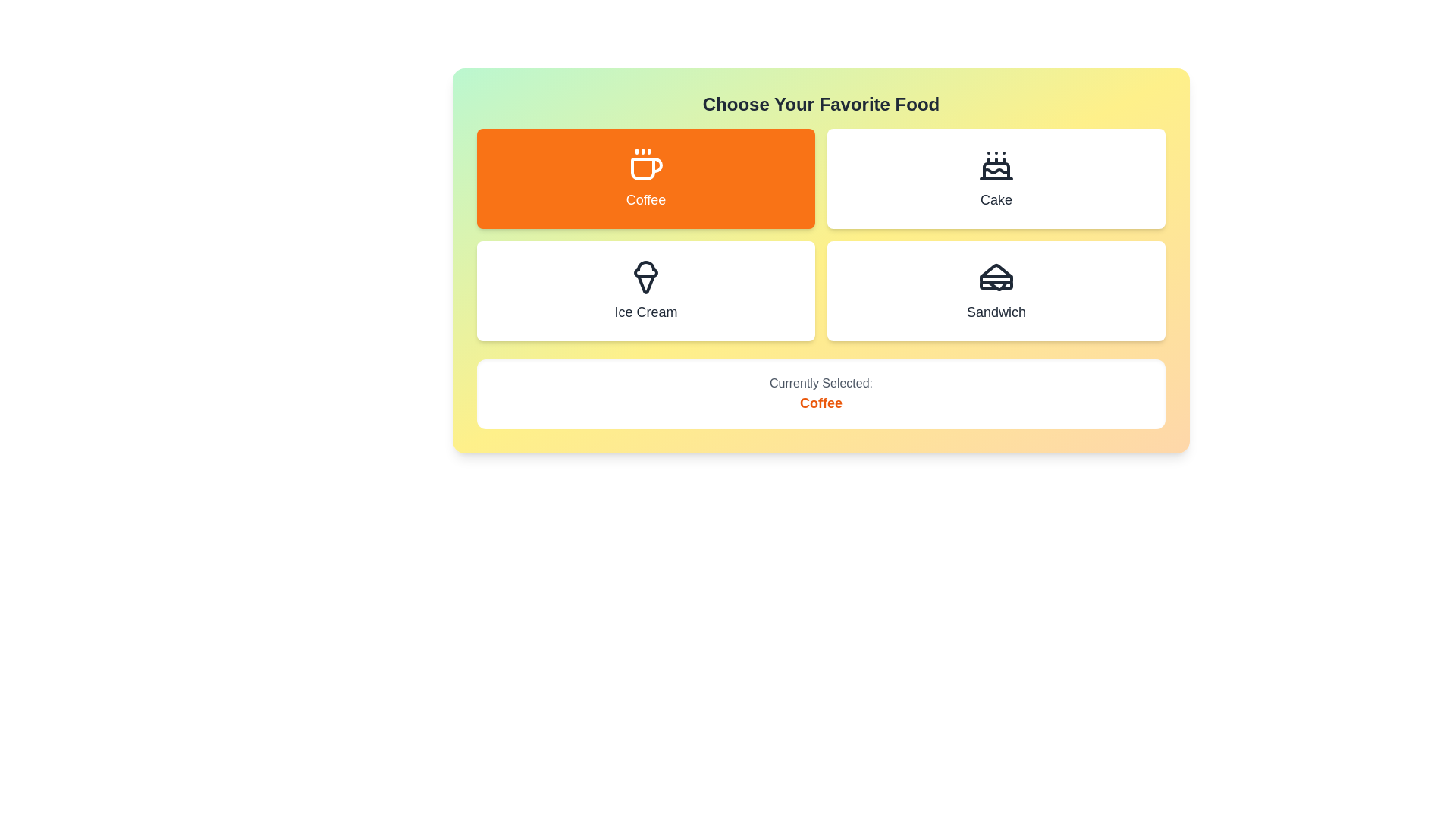 The height and width of the screenshot is (819, 1456). What do you see at coordinates (645, 177) in the screenshot?
I see `the button corresponding to Coffee to select it` at bounding box center [645, 177].